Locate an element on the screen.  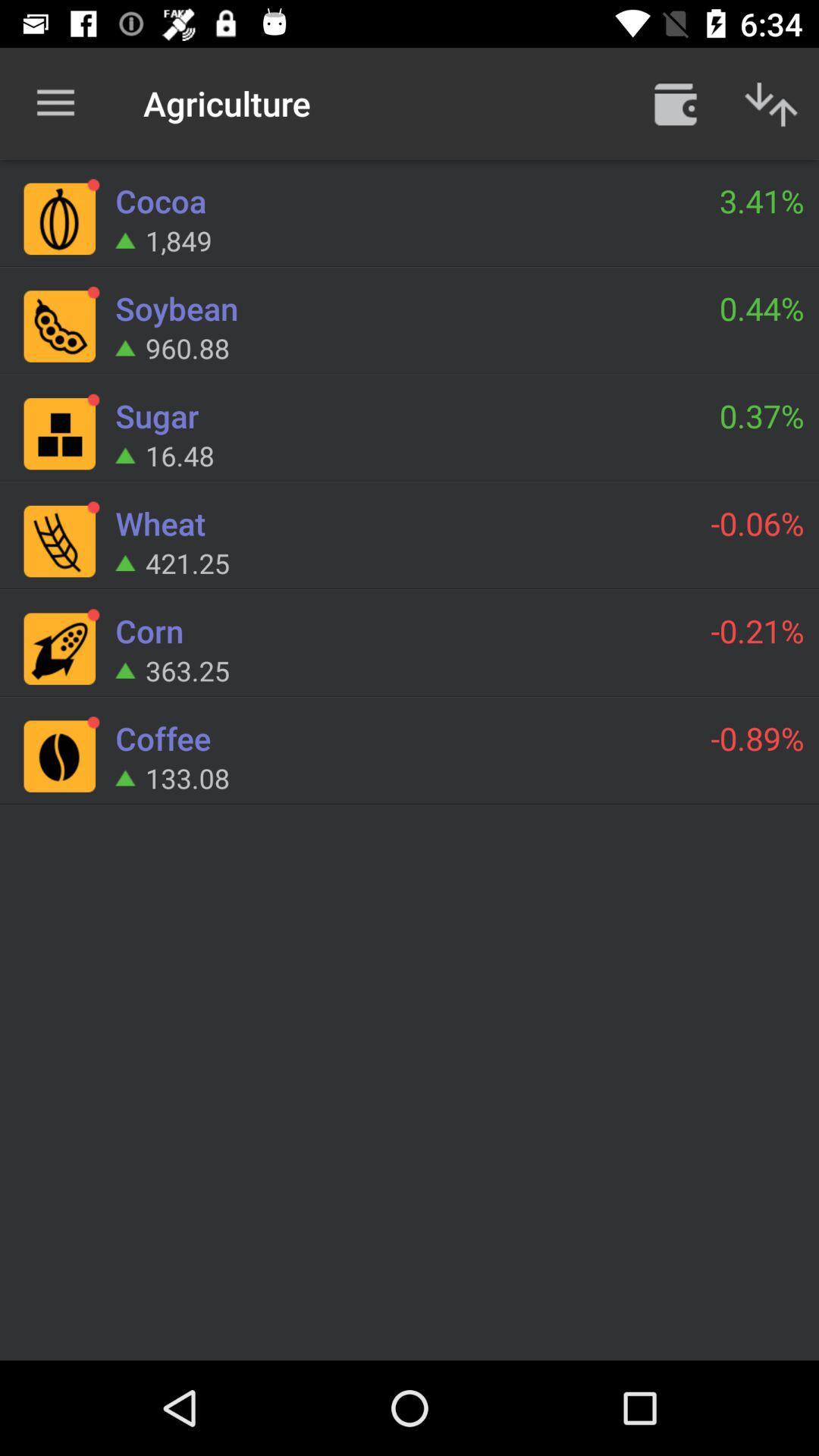
sort ratings is located at coordinates (771, 102).